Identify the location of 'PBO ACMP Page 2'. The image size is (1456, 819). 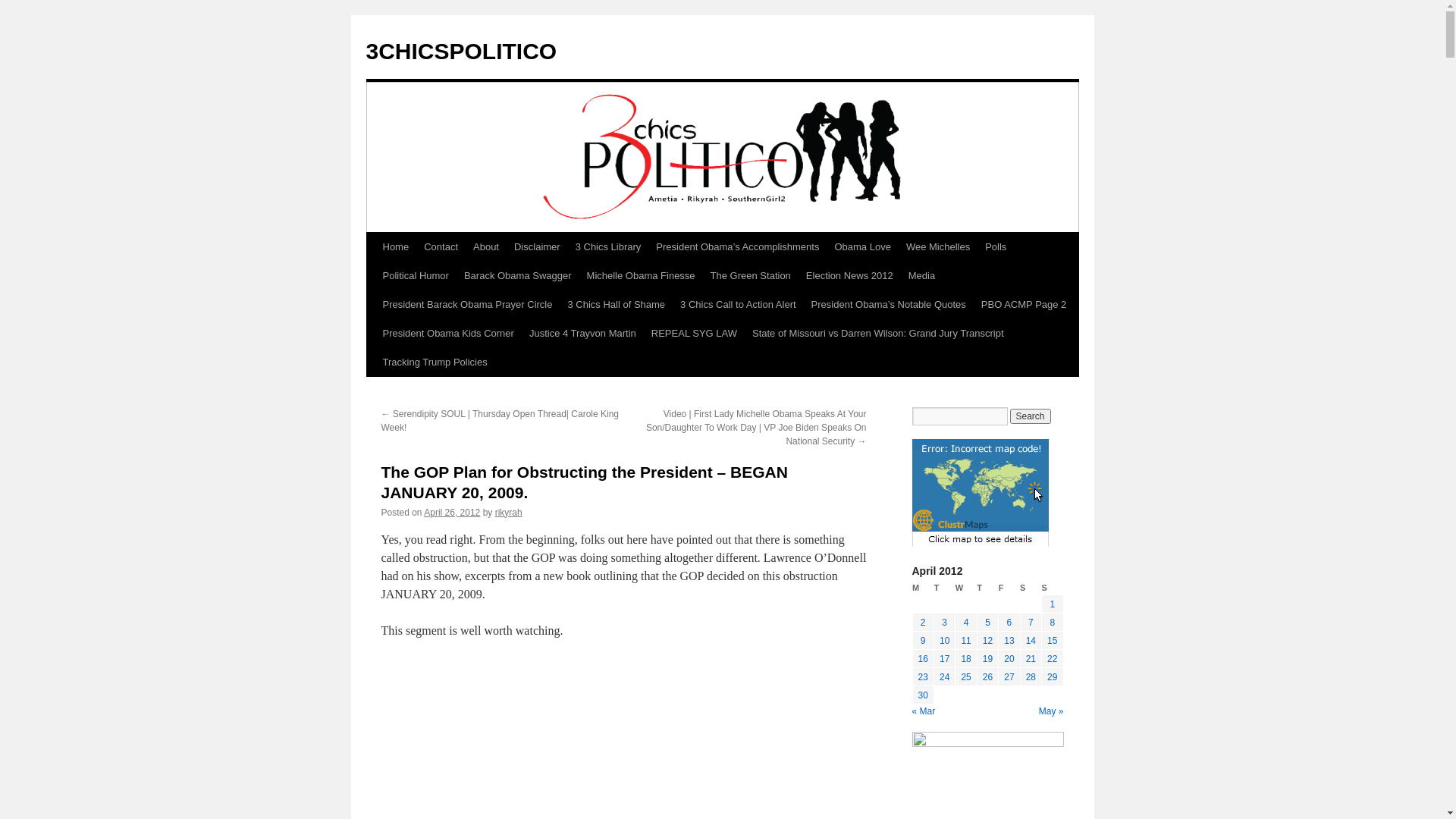
(1024, 304).